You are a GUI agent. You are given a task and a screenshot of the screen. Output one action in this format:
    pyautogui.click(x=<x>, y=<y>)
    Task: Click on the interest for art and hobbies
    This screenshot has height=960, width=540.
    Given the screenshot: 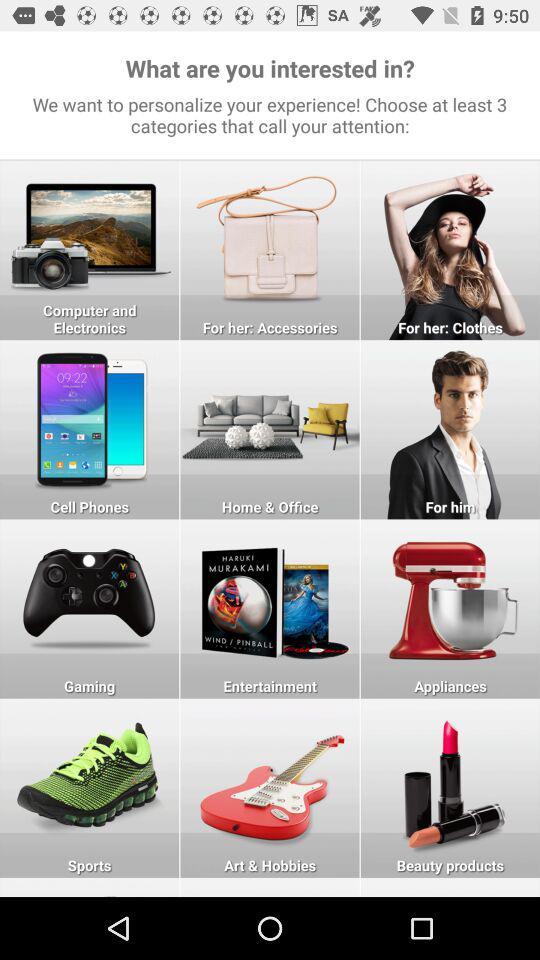 What is the action you would take?
    pyautogui.click(x=270, y=788)
    